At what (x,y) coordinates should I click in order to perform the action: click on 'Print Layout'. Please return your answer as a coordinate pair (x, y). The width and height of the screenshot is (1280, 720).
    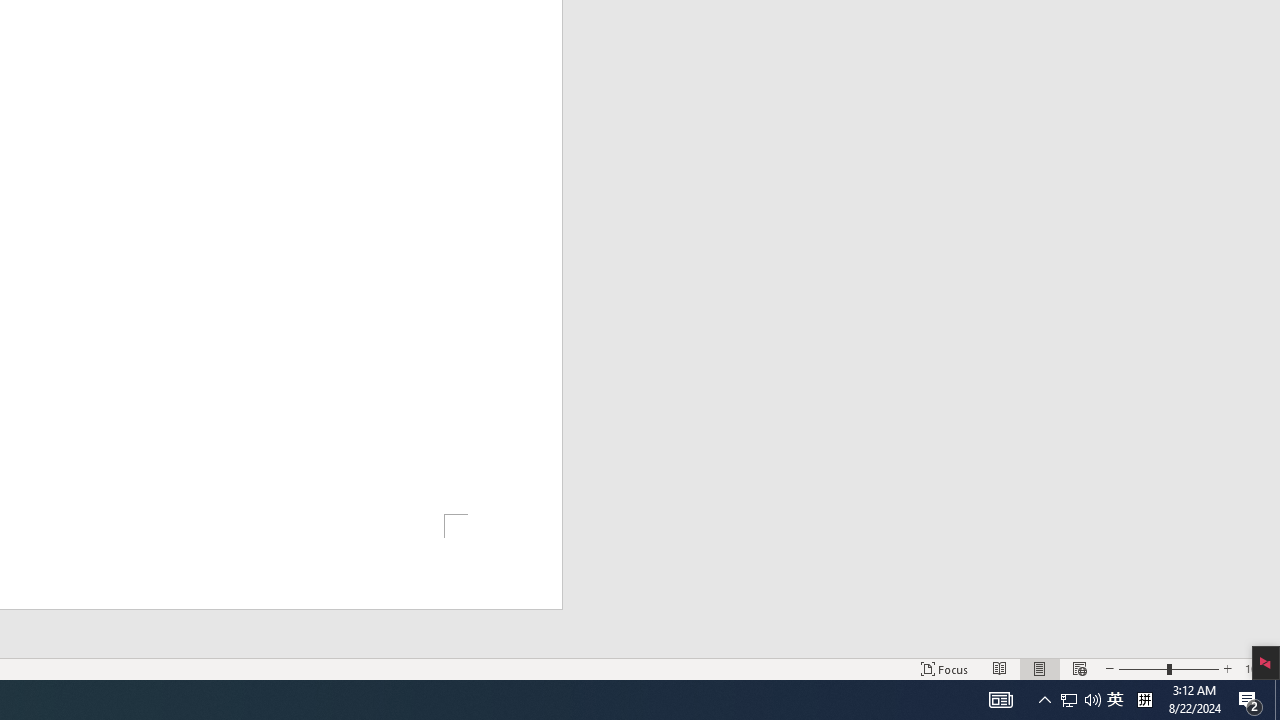
    Looking at the image, I should click on (1040, 669).